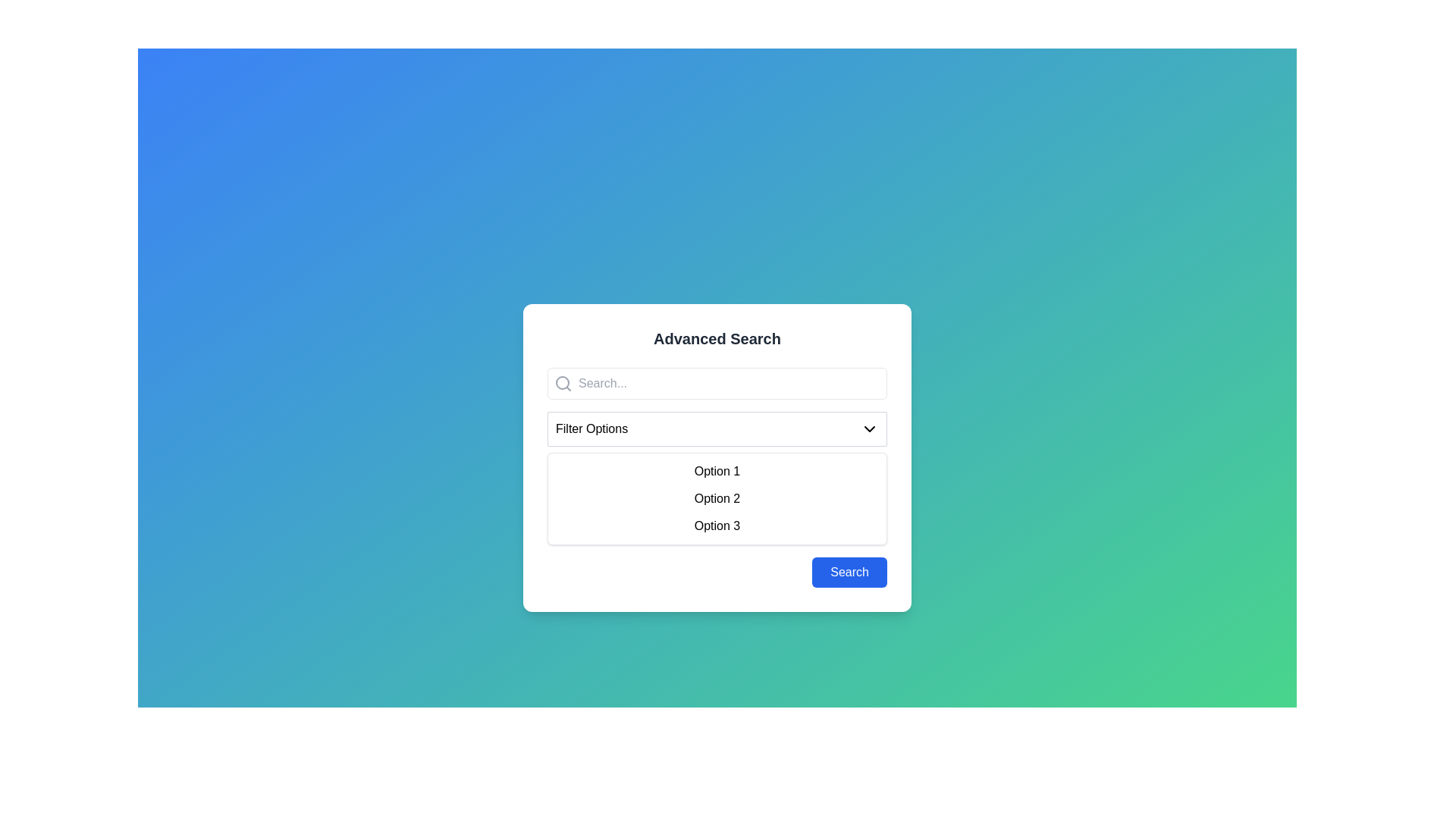 The width and height of the screenshot is (1456, 819). I want to click on the 'Option 1' in the dropdown menu options located beneath the 'Filter Options' dropdown and above the blue 'Search' button, so click(716, 457).